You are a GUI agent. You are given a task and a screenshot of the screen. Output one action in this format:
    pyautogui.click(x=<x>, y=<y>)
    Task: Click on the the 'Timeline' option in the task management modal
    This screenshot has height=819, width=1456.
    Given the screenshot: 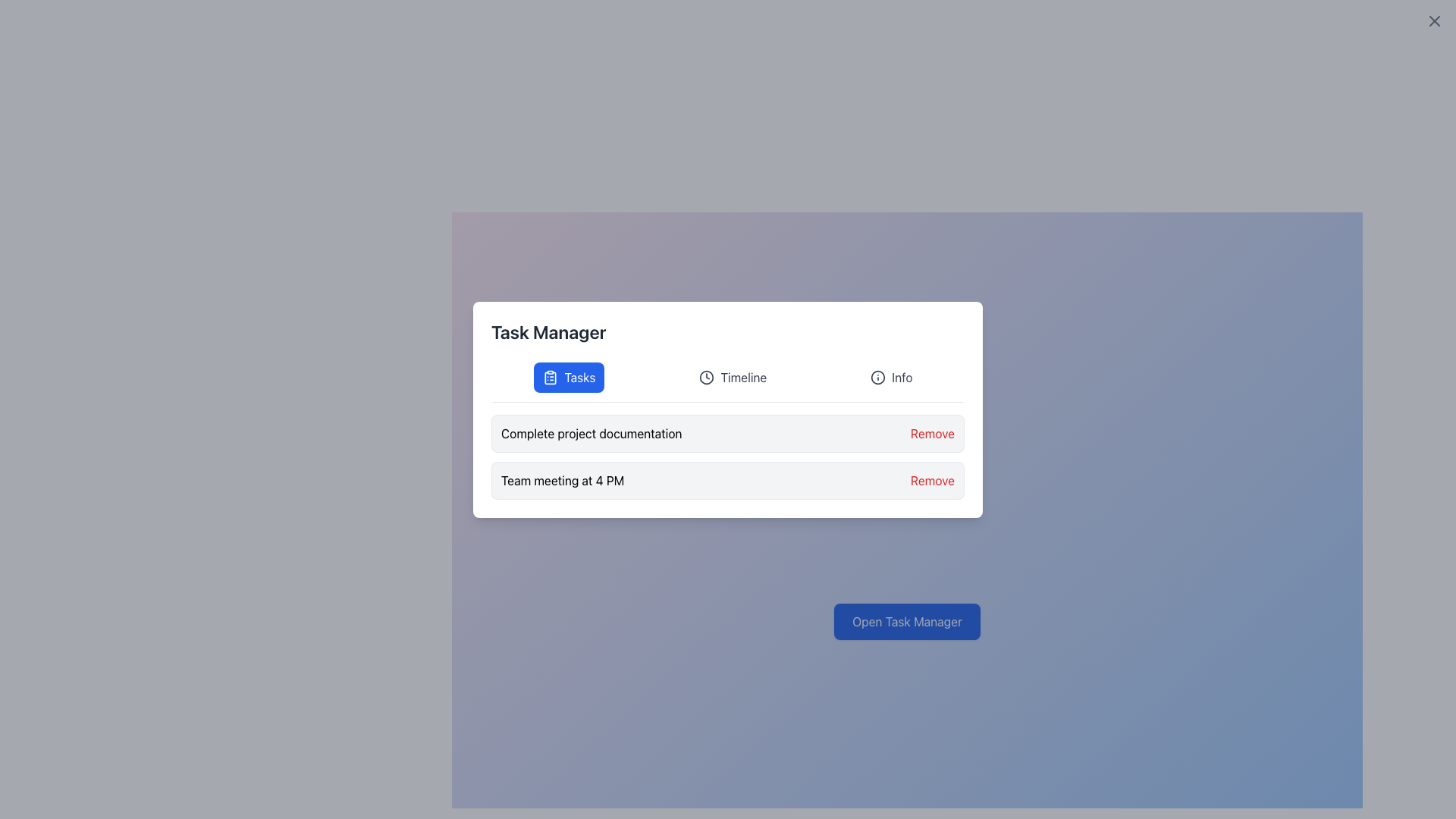 What is the action you would take?
    pyautogui.click(x=728, y=409)
    